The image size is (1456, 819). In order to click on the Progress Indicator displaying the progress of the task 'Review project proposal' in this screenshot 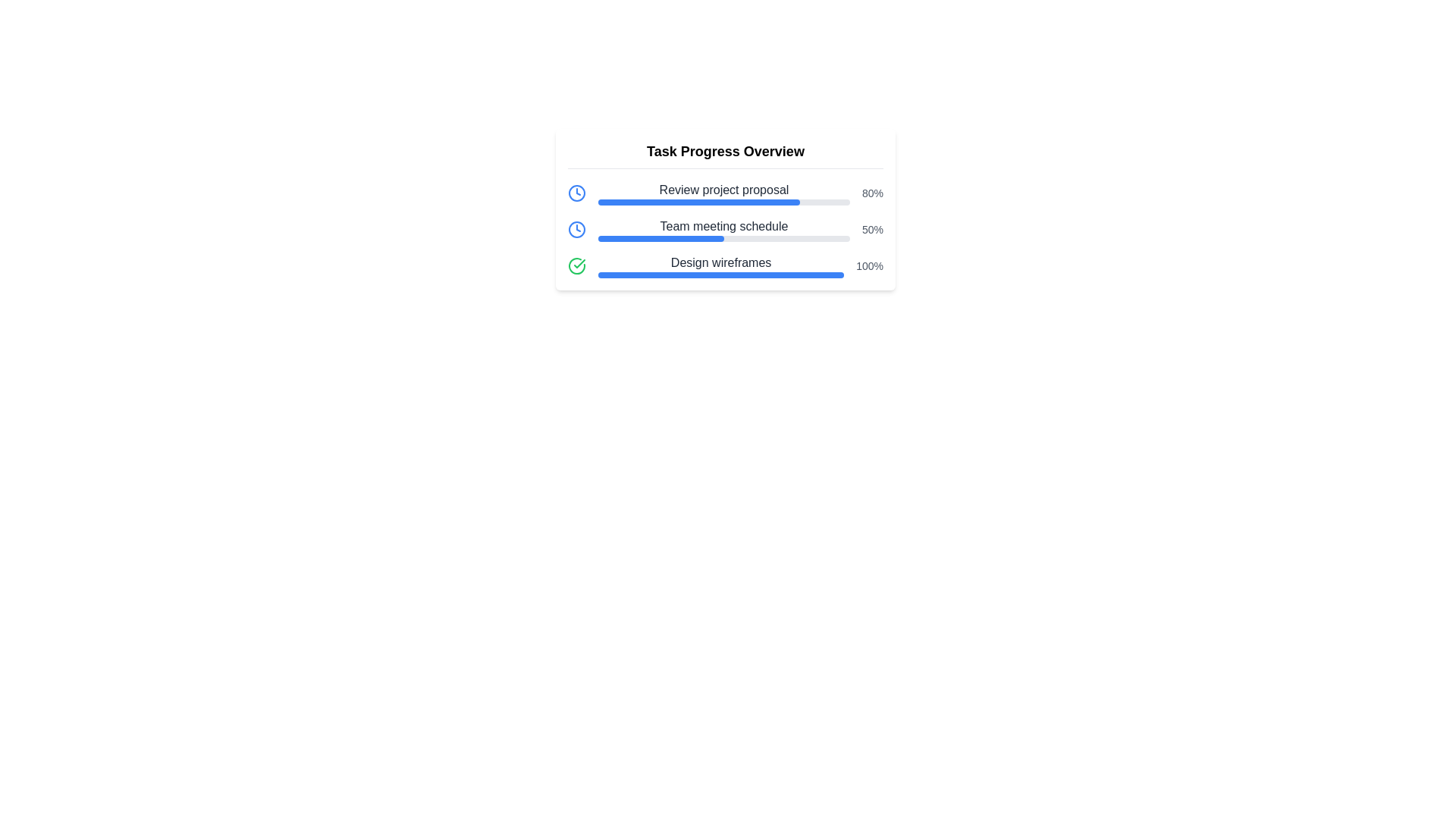, I will do `click(724, 192)`.